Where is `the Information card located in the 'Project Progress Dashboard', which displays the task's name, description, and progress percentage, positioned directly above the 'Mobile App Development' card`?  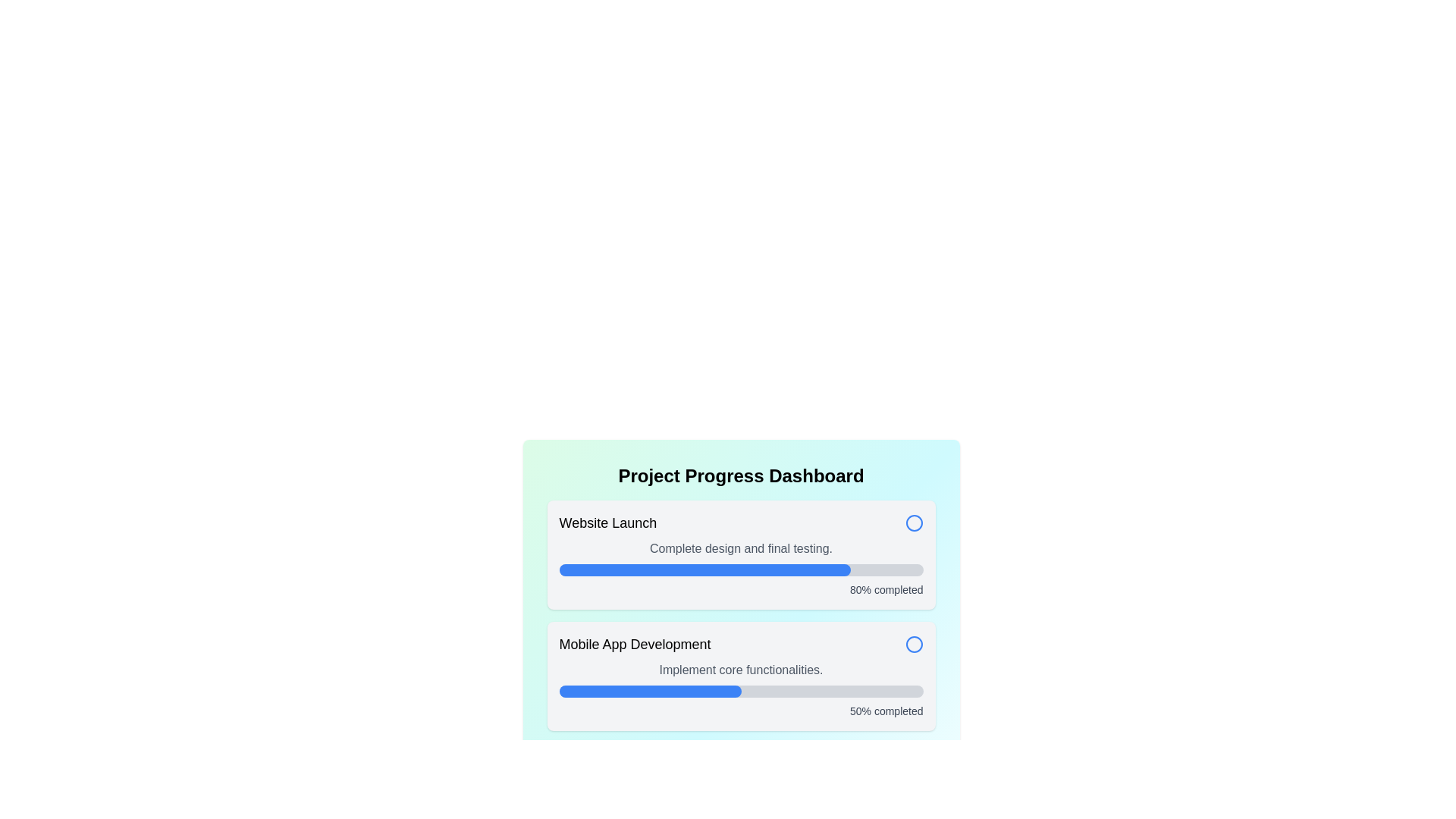
the Information card located in the 'Project Progress Dashboard', which displays the task's name, description, and progress percentage, positioned directly above the 'Mobile App Development' card is located at coordinates (741, 555).